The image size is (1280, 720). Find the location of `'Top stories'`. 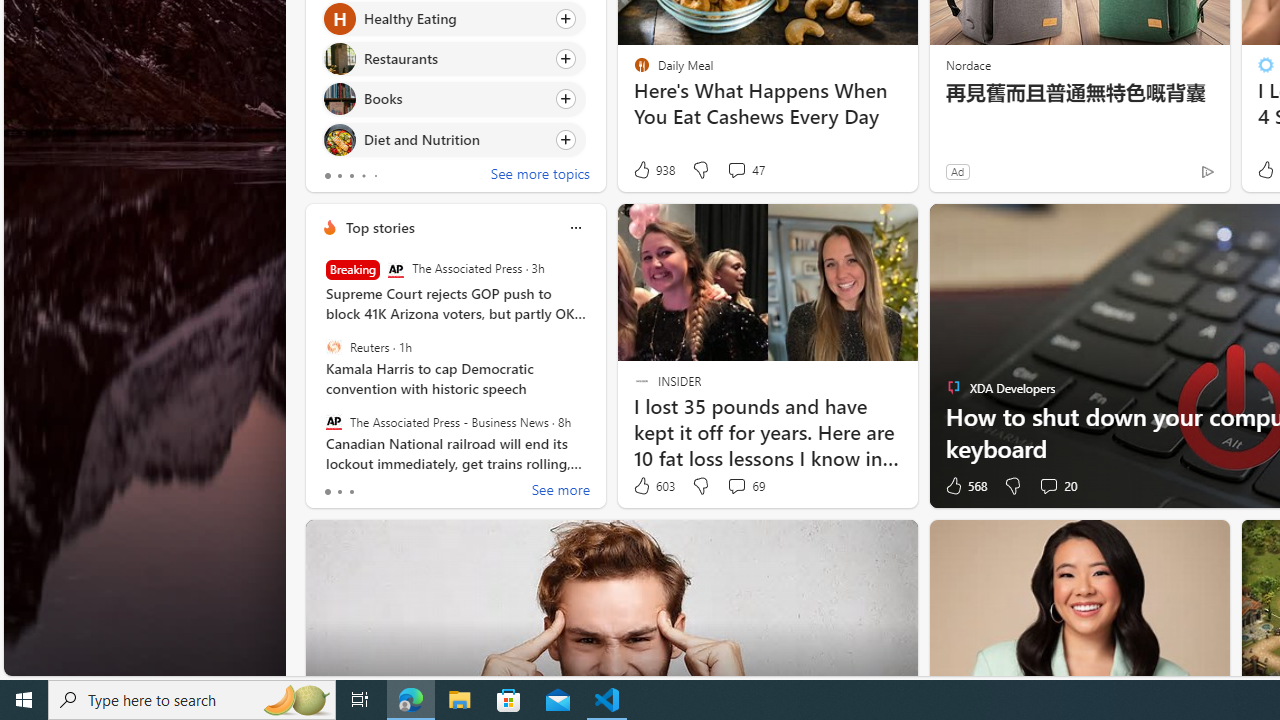

'Top stories' is located at coordinates (380, 226).